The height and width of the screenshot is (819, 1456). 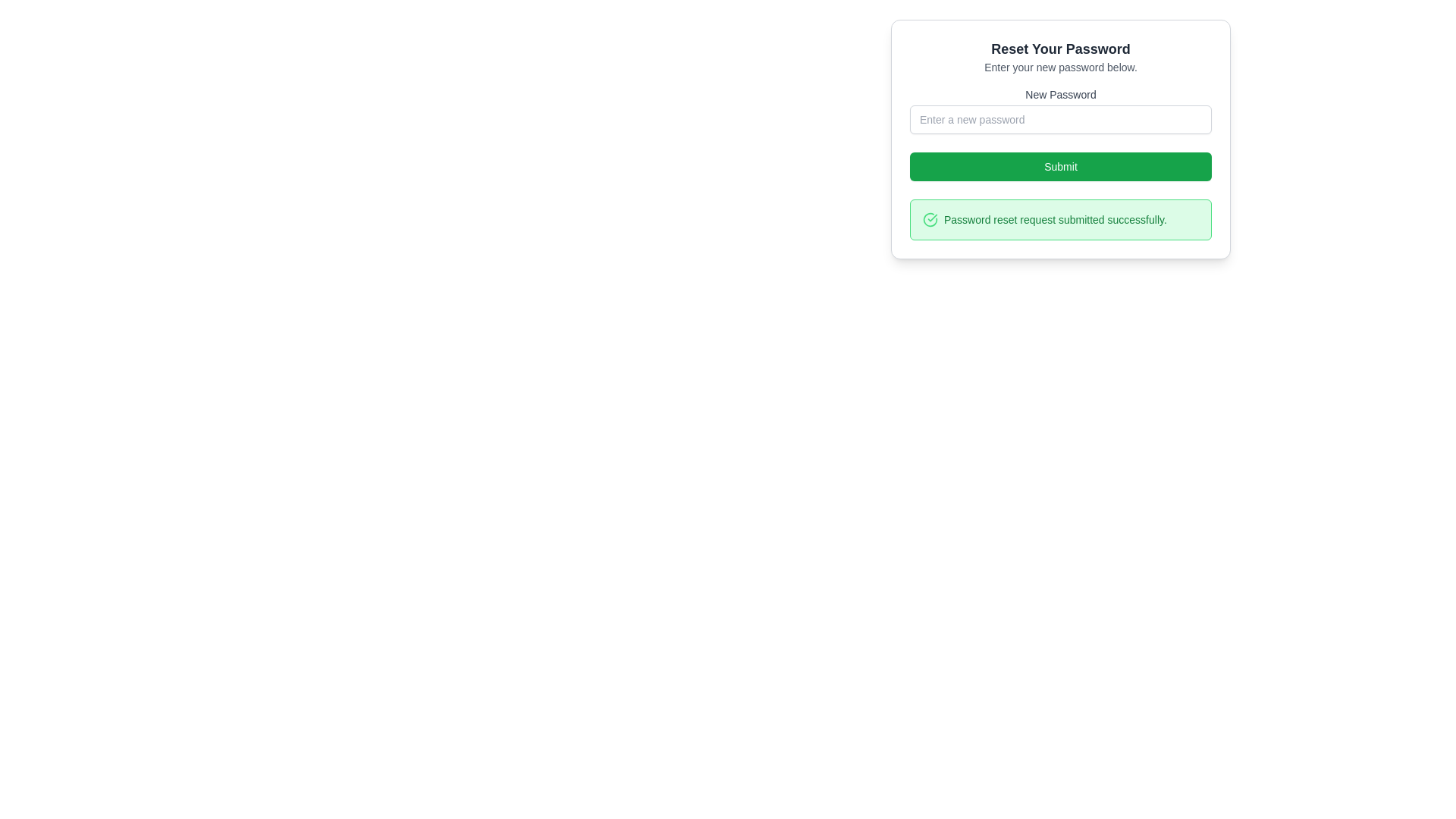 What do you see at coordinates (1059, 49) in the screenshot?
I see `the bold heading text 'Reset Your Password' located at the top of the white card-like UI section` at bounding box center [1059, 49].